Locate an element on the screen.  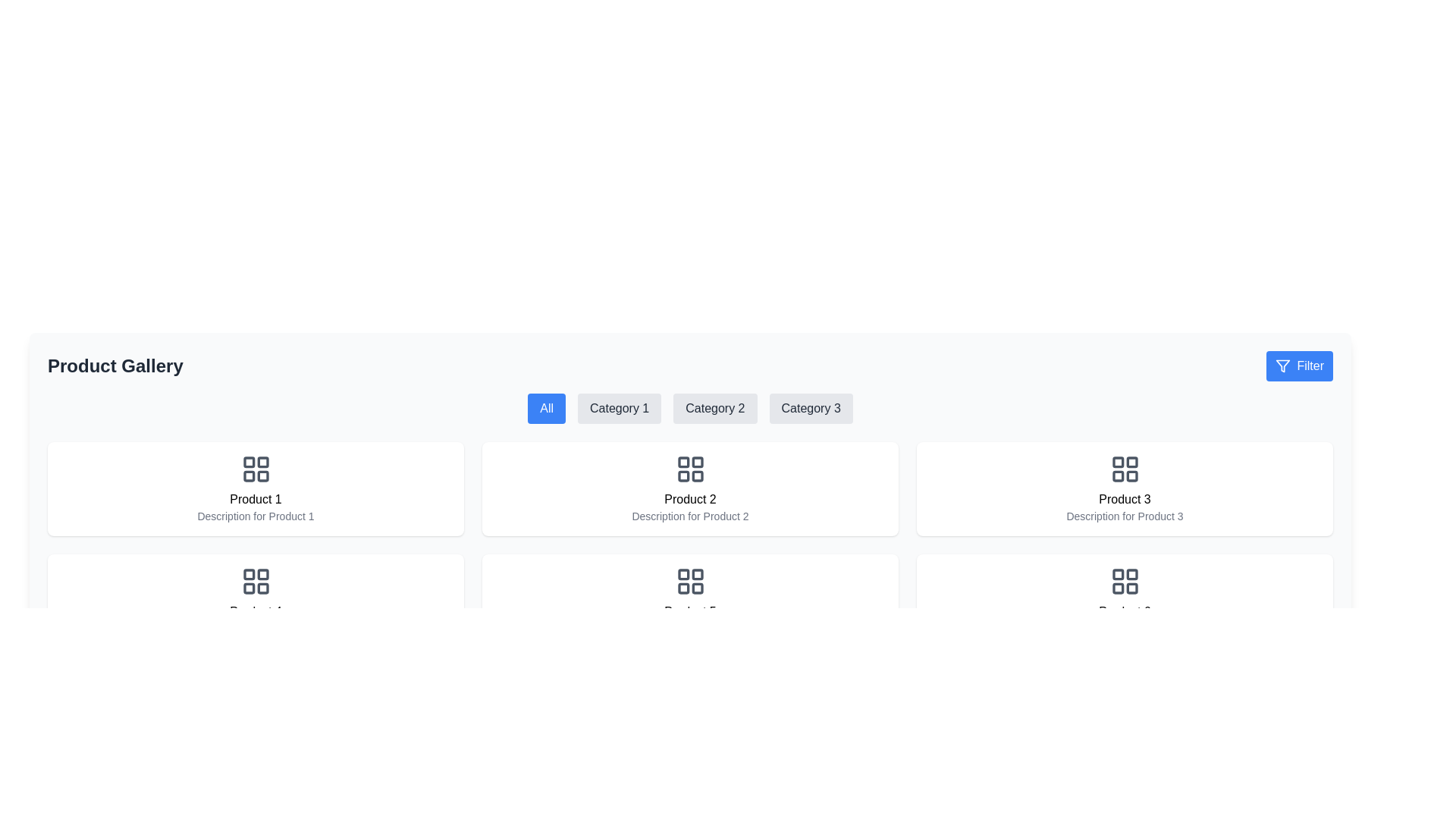
the decorative icon representing 'Product 3' by moving the cursor to its center point is located at coordinates (1125, 468).